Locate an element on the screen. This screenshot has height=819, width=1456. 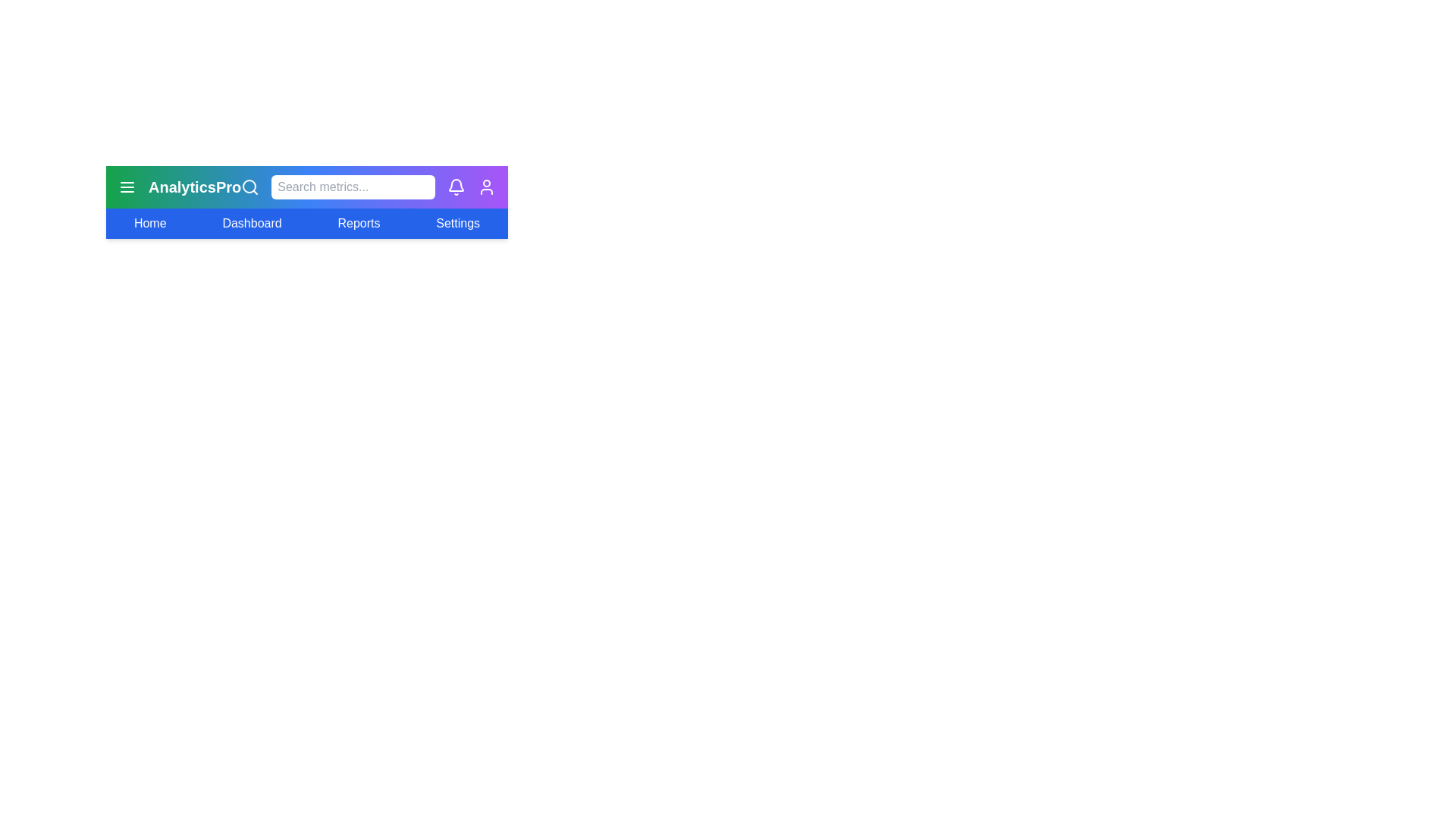
the menu option labeled Settings to select it is located at coordinates (457, 223).